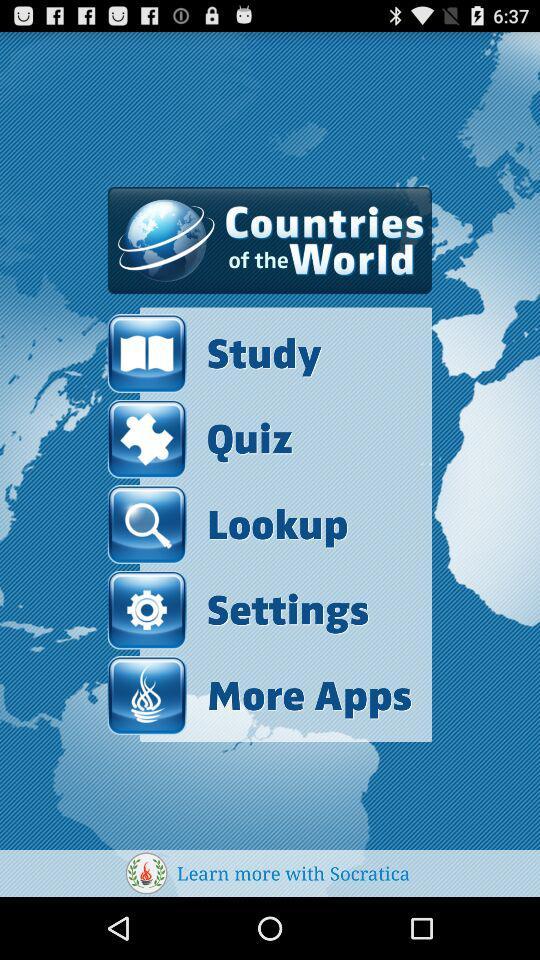 The image size is (540, 960). What do you see at coordinates (226, 523) in the screenshot?
I see `the lookup` at bounding box center [226, 523].